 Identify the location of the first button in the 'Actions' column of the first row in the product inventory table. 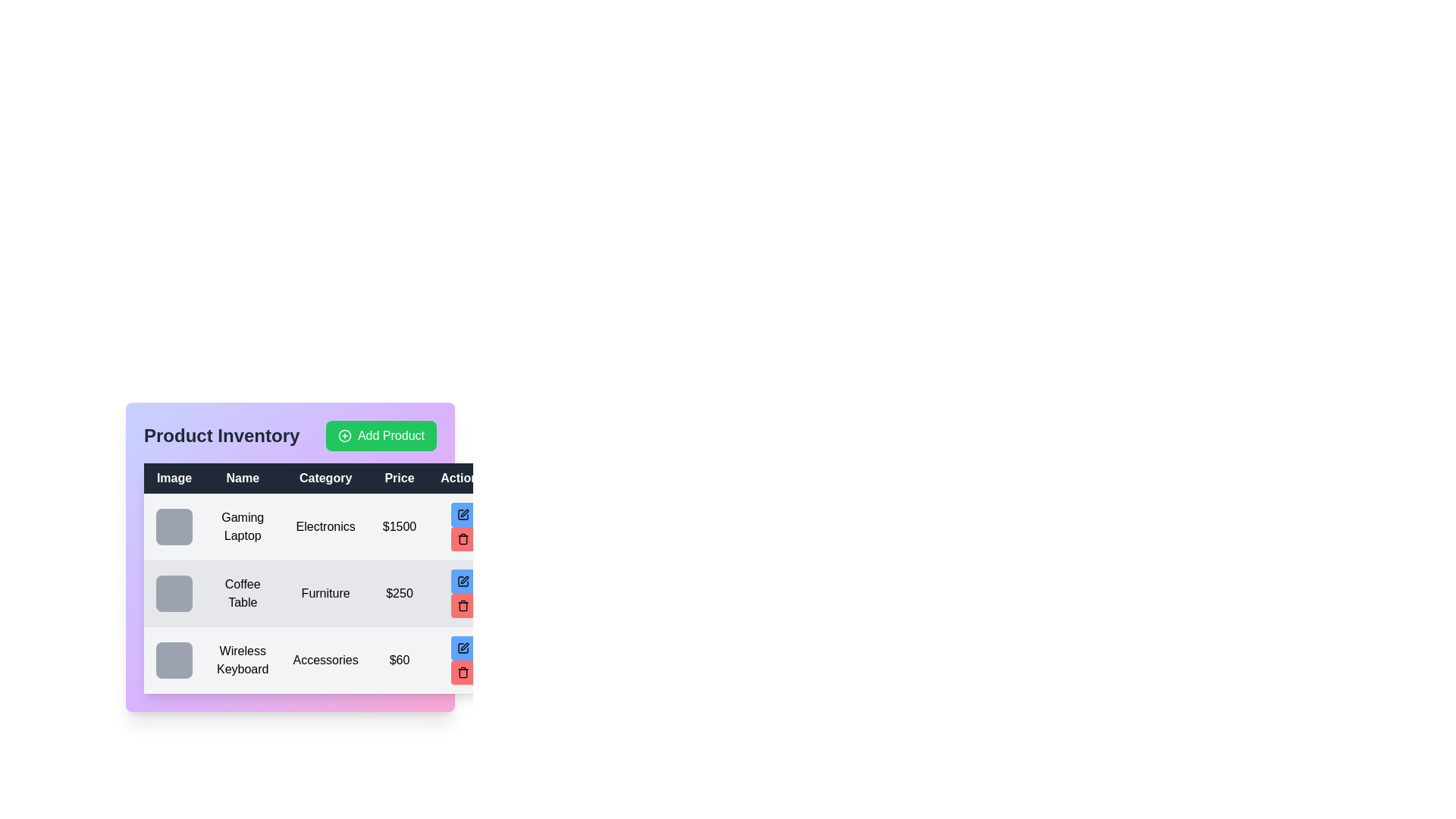
(462, 513).